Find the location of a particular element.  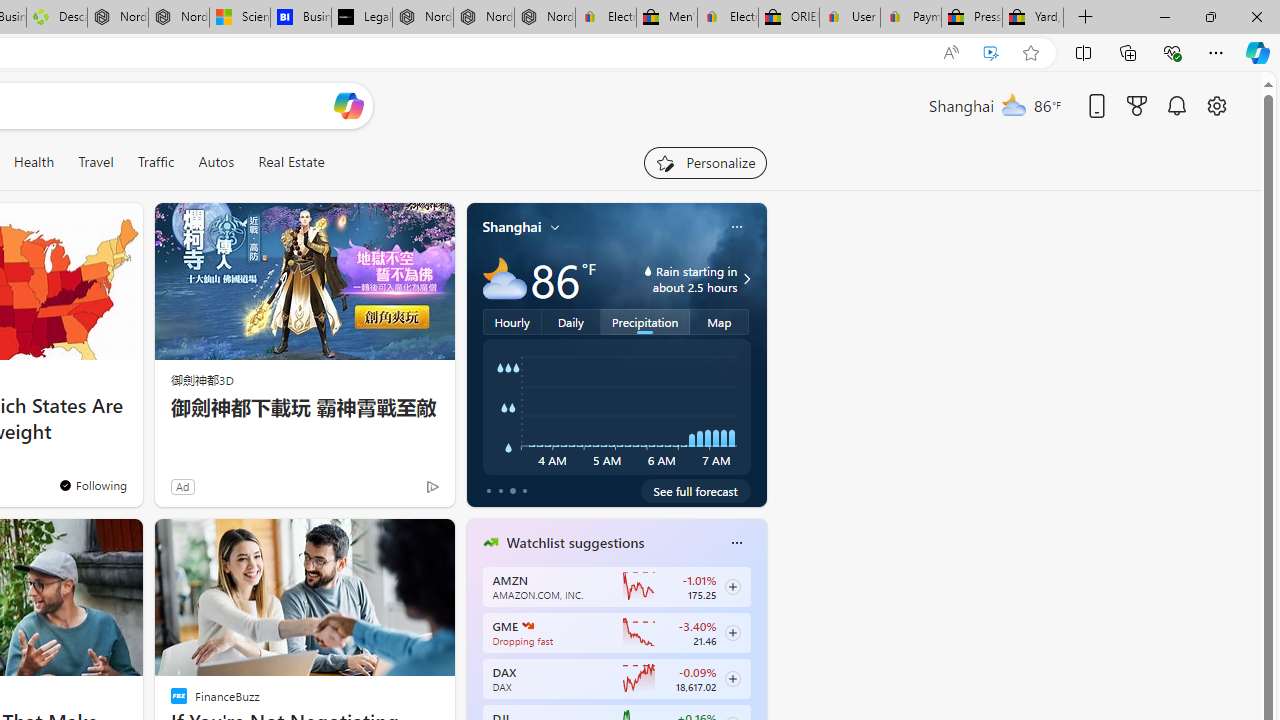

'Daily' is located at coordinates (570, 320).